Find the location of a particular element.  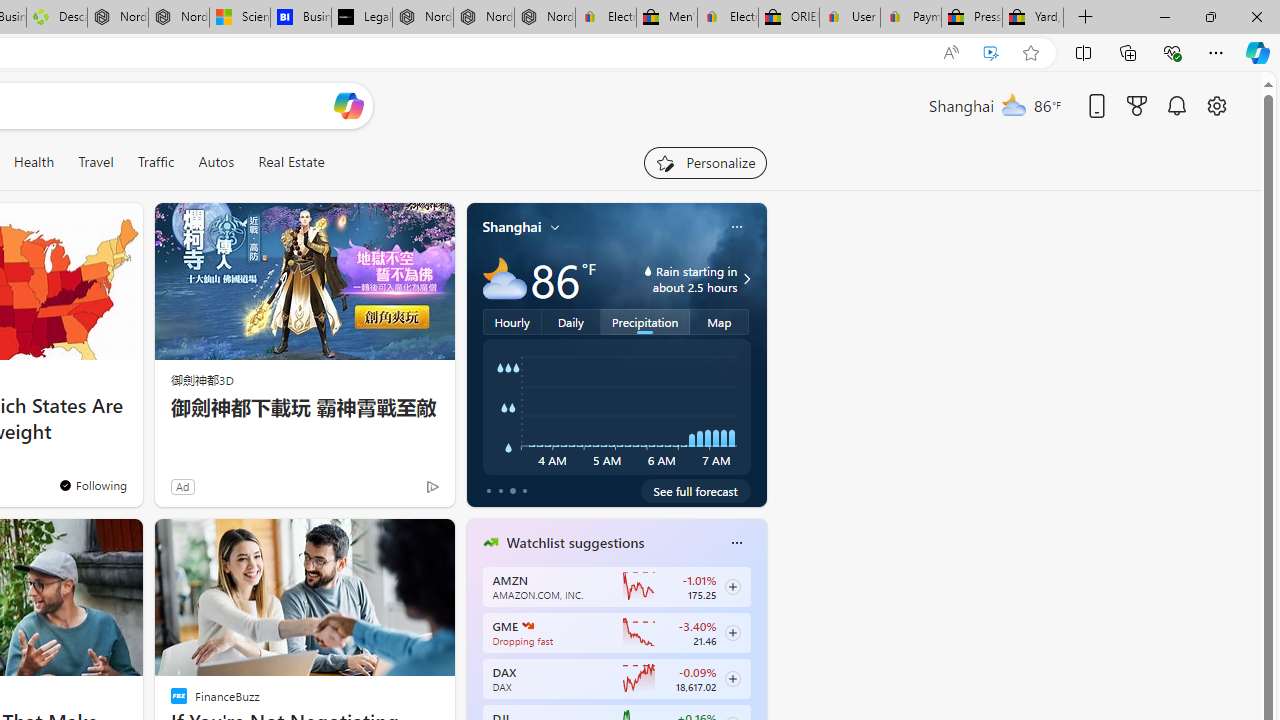

'Daily' is located at coordinates (570, 320).